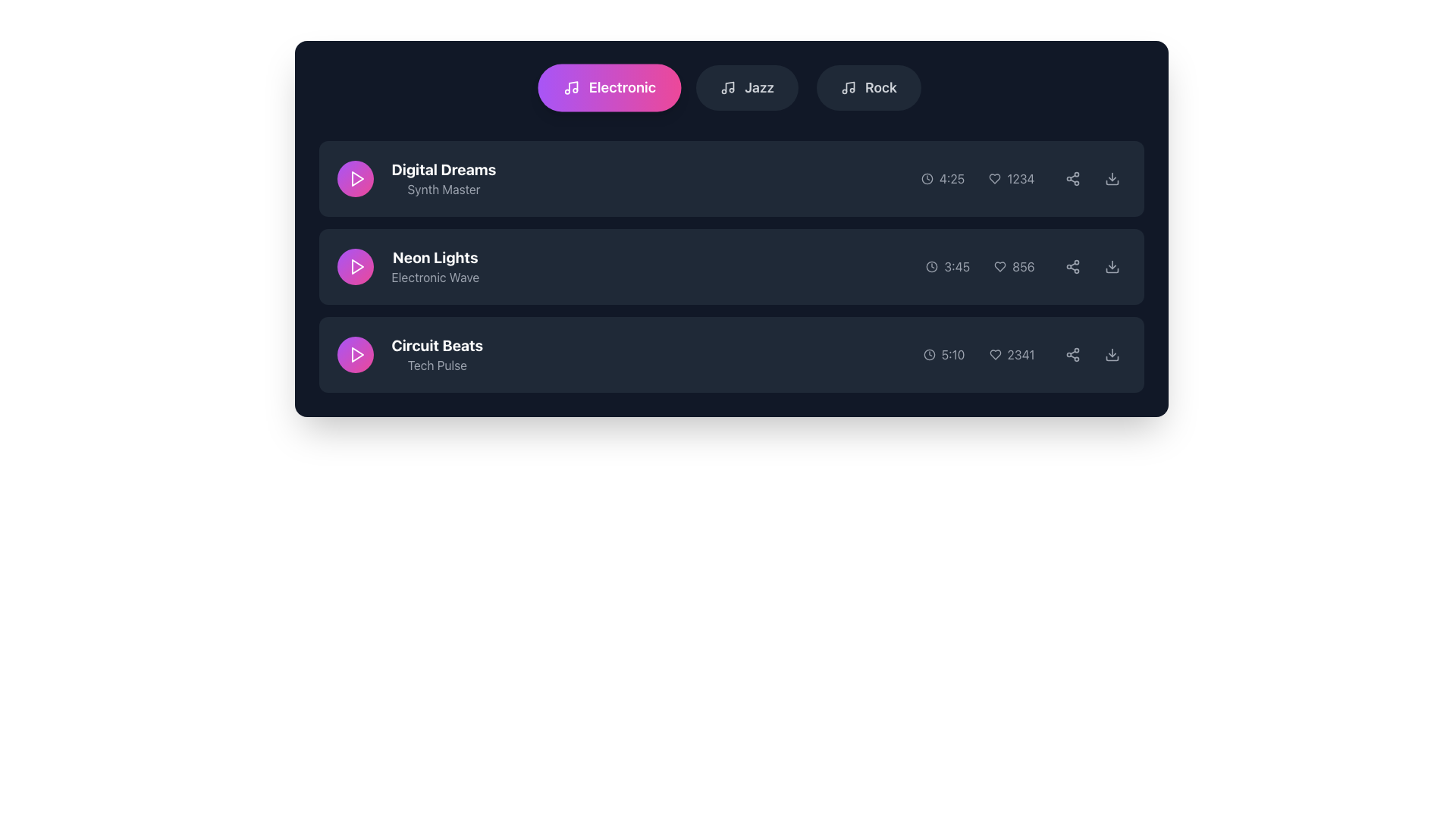 This screenshot has width=1456, height=819. Describe the element at coordinates (1112, 265) in the screenshot. I see `the download button located at the rightmost side of the second row in the song list interface` at that location.